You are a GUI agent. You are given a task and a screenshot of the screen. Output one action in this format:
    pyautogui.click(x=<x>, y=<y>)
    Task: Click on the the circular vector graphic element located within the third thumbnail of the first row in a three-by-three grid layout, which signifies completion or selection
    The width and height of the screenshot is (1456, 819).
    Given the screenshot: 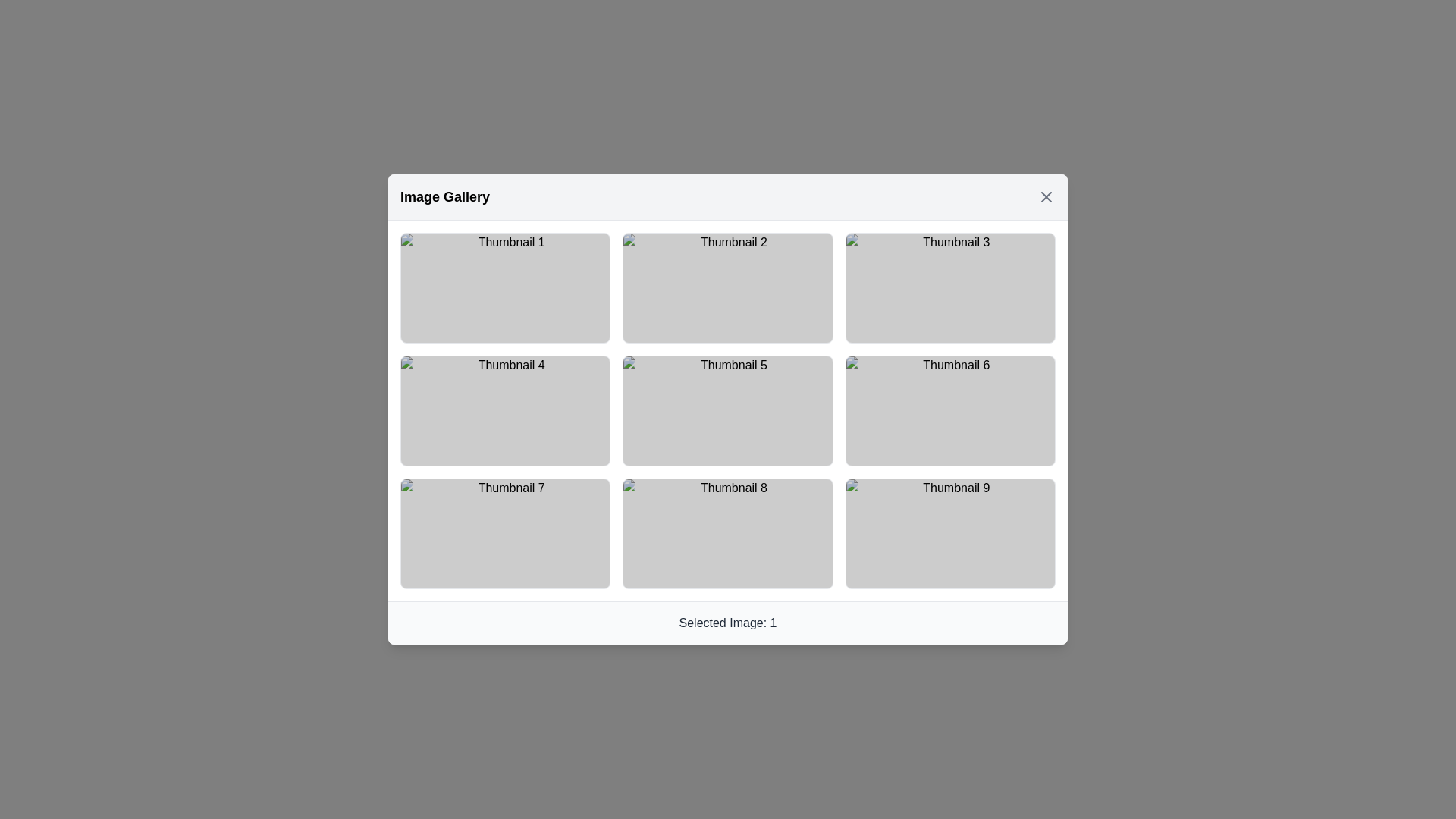 What is the action you would take?
    pyautogui.click(x=949, y=288)
    